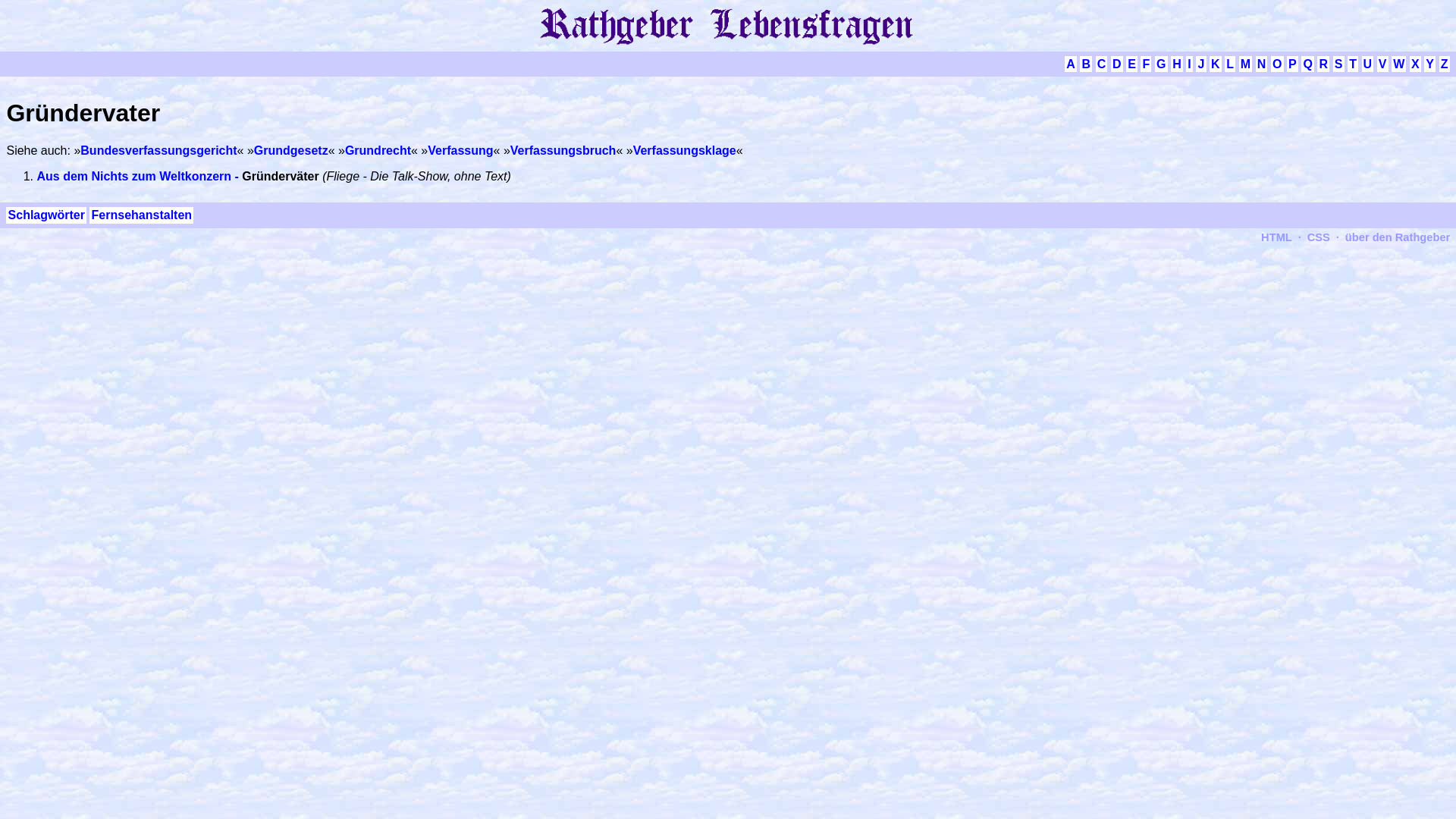  What do you see at coordinates (89, 215) in the screenshot?
I see `'Fernsehanstalten'` at bounding box center [89, 215].